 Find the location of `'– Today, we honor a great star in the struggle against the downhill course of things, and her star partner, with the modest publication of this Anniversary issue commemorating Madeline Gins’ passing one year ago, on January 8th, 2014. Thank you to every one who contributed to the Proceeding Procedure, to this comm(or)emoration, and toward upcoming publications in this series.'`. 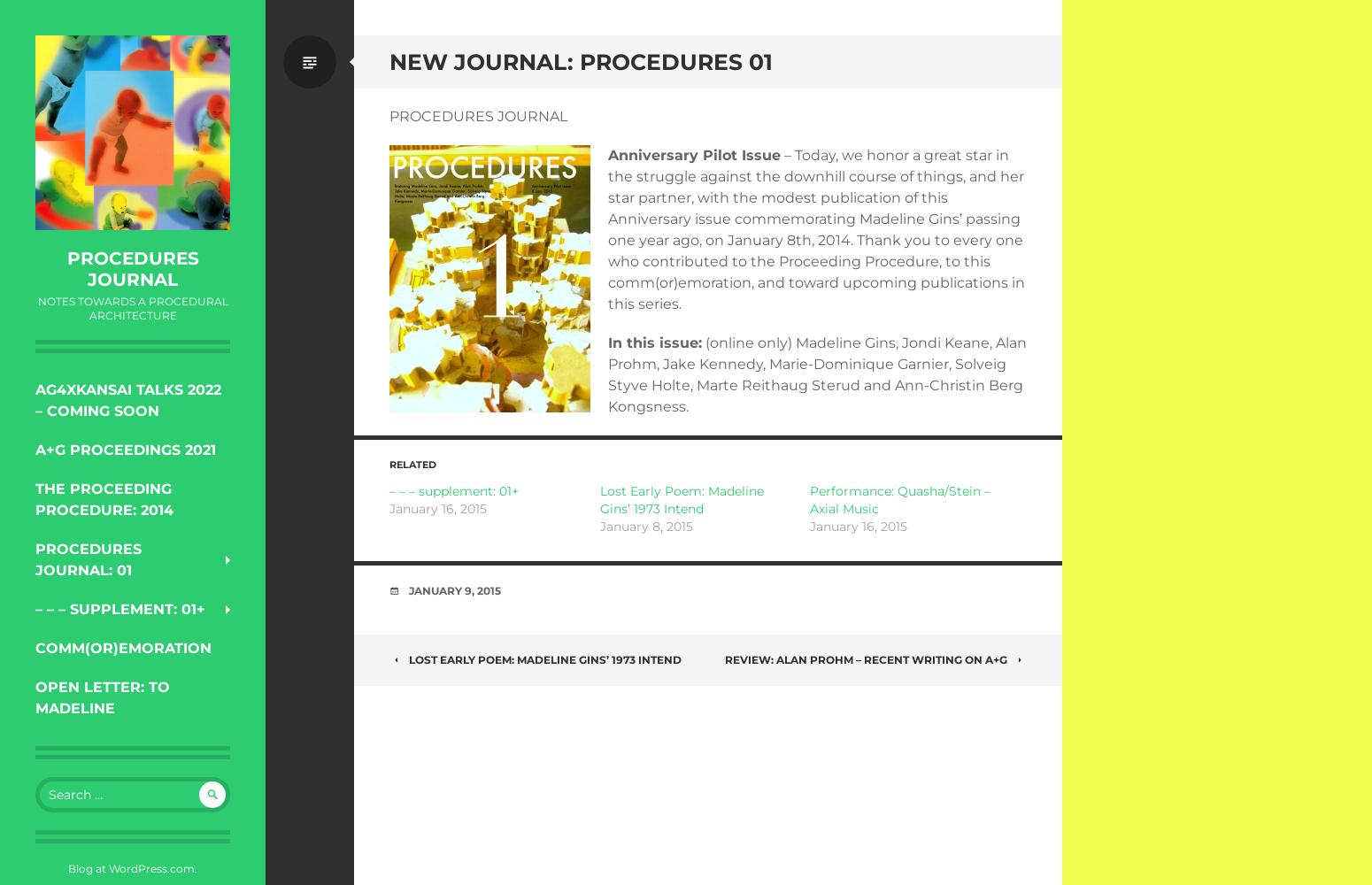

'– Today, we honor a great star in the struggle against the downhill course of things, and her star partner, with the modest publication of this Anniversary issue commemorating Madeline Gins’ passing one year ago, on January 8th, 2014. Thank you to every one who contributed to the Proceeding Procedure, to this comm(or)emoration, and toward upcoming publications in this series.' is located at coordinates (816, 229).